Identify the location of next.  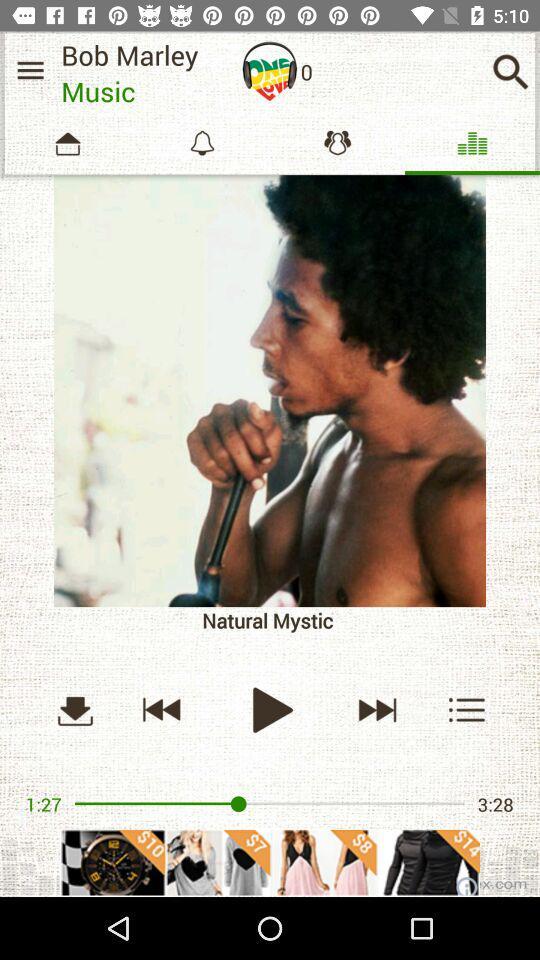
(376, 709).